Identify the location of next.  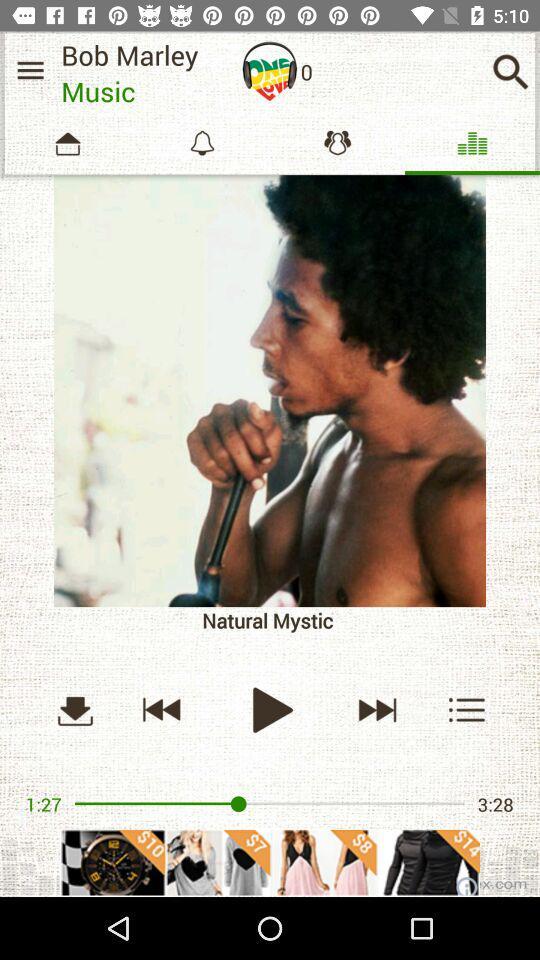
(376, 709).